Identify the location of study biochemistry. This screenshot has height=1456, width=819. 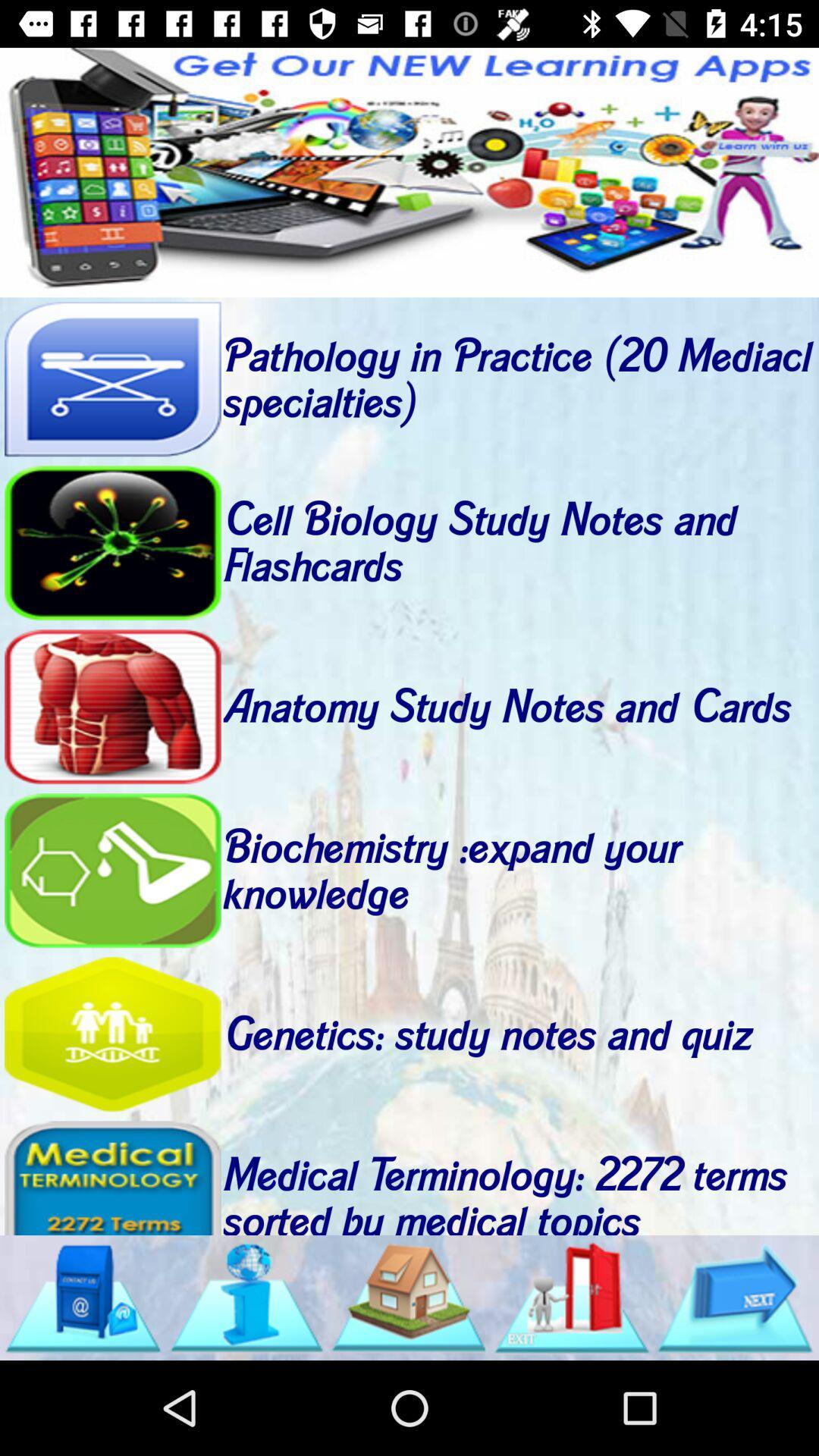
(111, 871).